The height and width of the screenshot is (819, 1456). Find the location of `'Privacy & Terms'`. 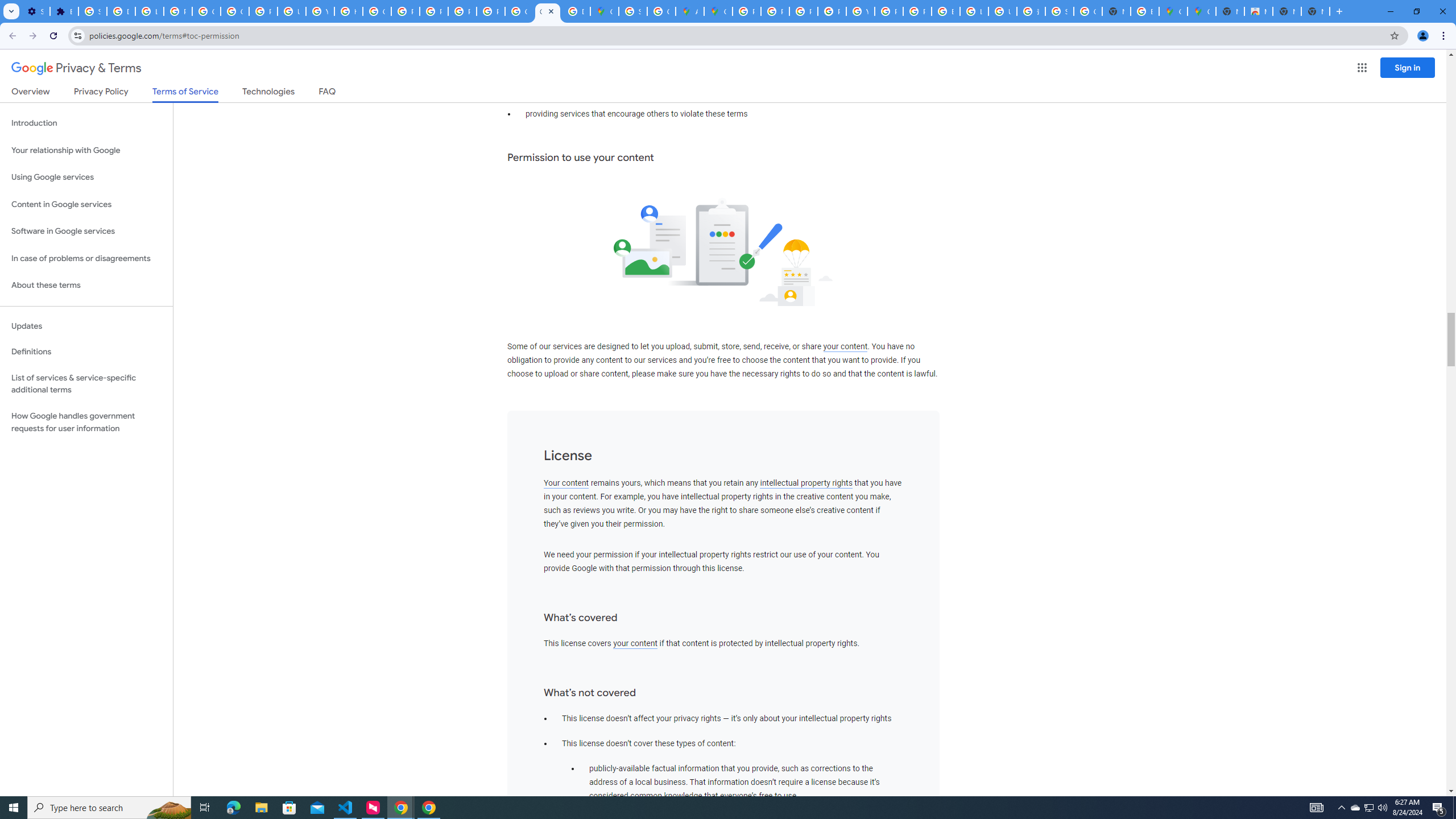

'Privacy & Terms' is located at coordinates (76, 68).